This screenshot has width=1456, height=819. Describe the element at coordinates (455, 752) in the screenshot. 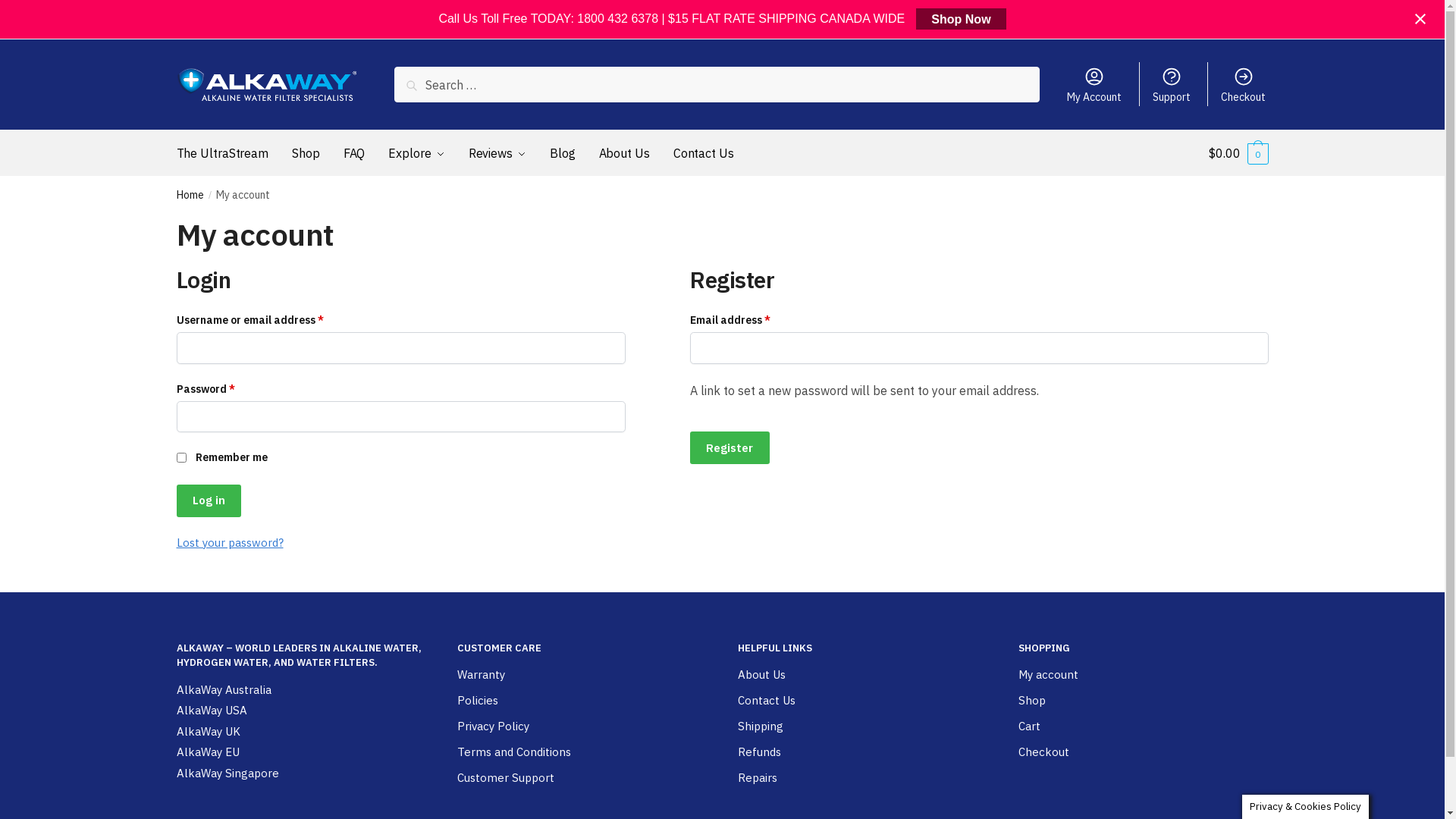

I see `'Terms and Conditions'` at that location.